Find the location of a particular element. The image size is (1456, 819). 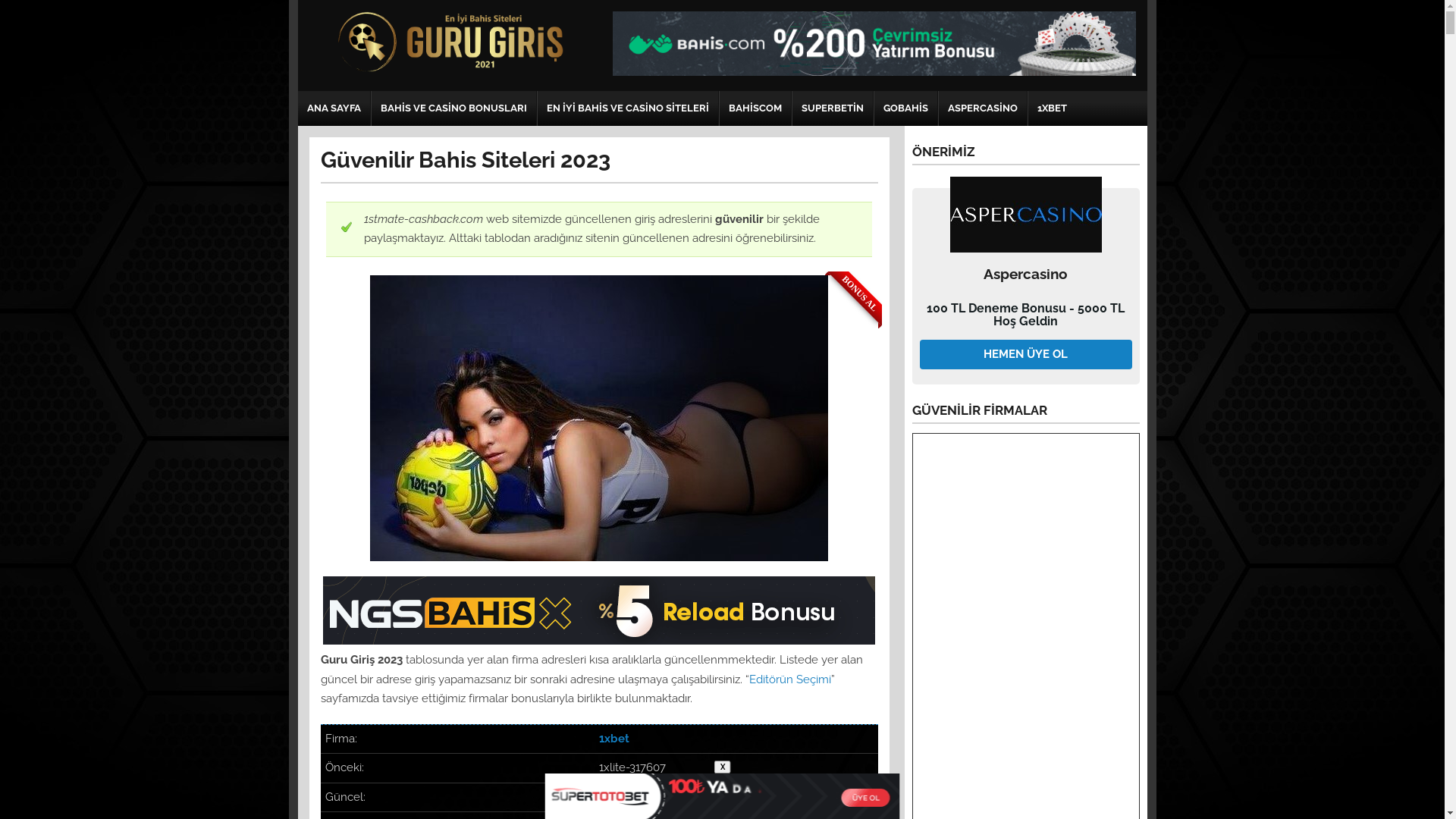

'1xlite-031453' is located at coordinates (598, 795).